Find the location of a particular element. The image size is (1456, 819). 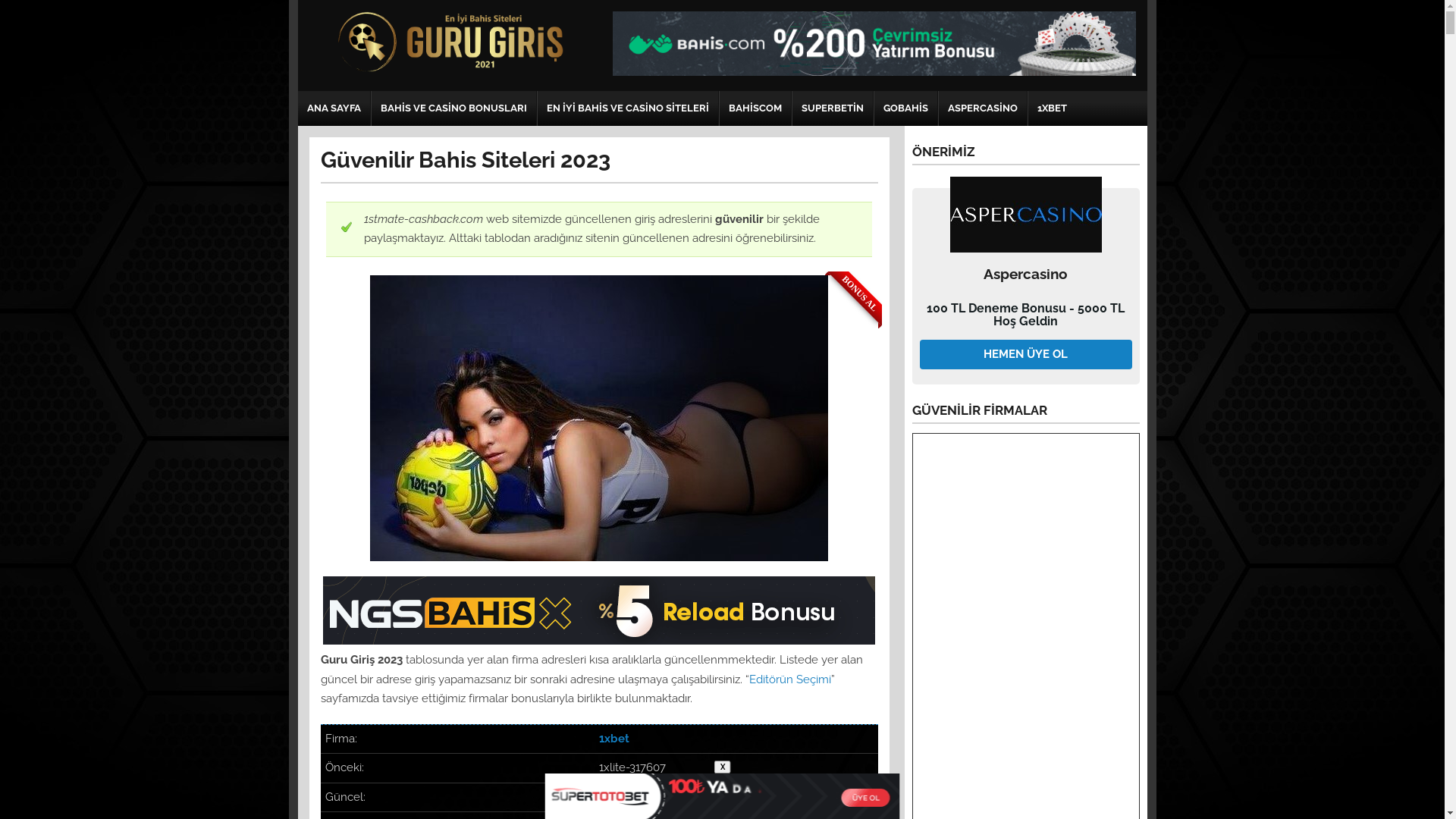

'1xlite-031453' is located at coordinates (598, 795).